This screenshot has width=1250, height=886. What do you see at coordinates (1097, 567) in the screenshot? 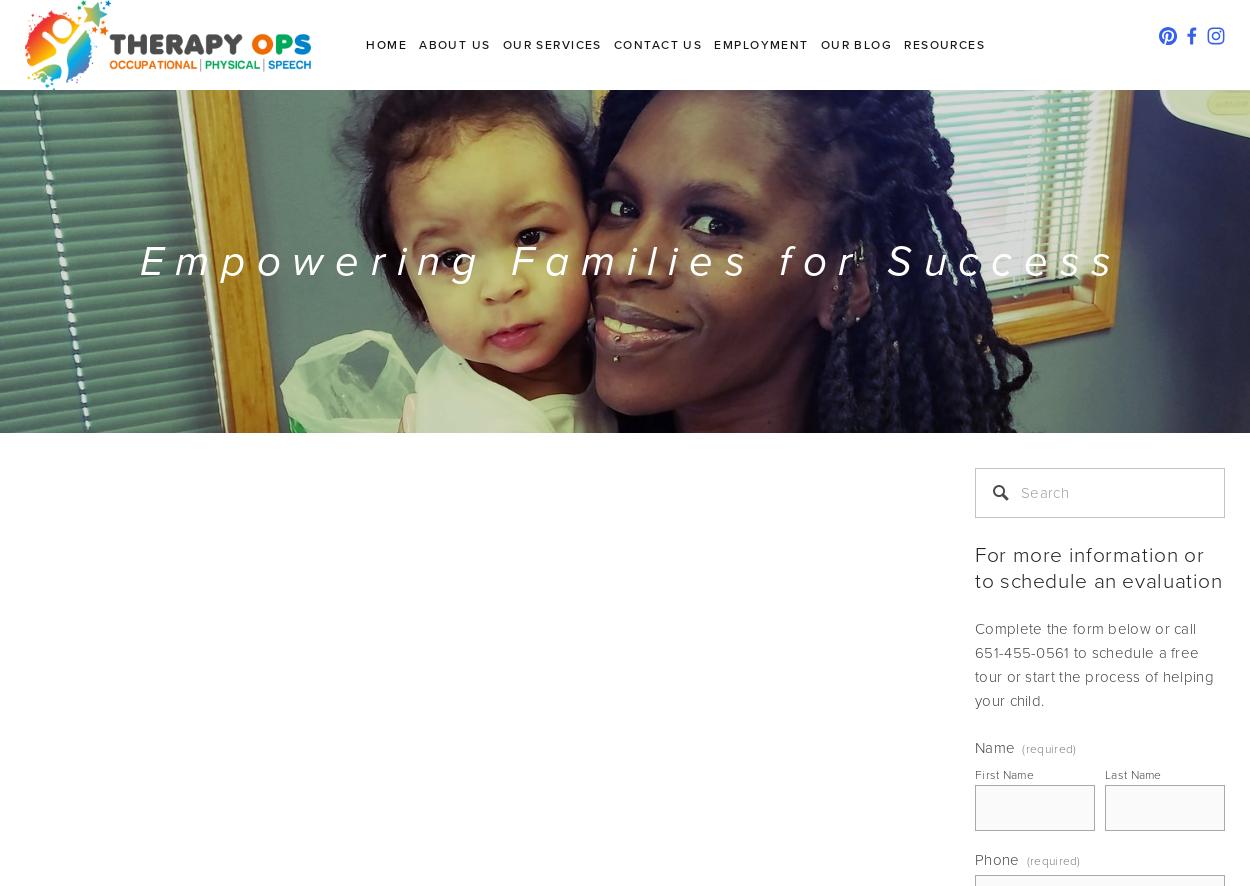
I see `'For more information or to schedule an evaluation'` at bounding box center [1097, 567].